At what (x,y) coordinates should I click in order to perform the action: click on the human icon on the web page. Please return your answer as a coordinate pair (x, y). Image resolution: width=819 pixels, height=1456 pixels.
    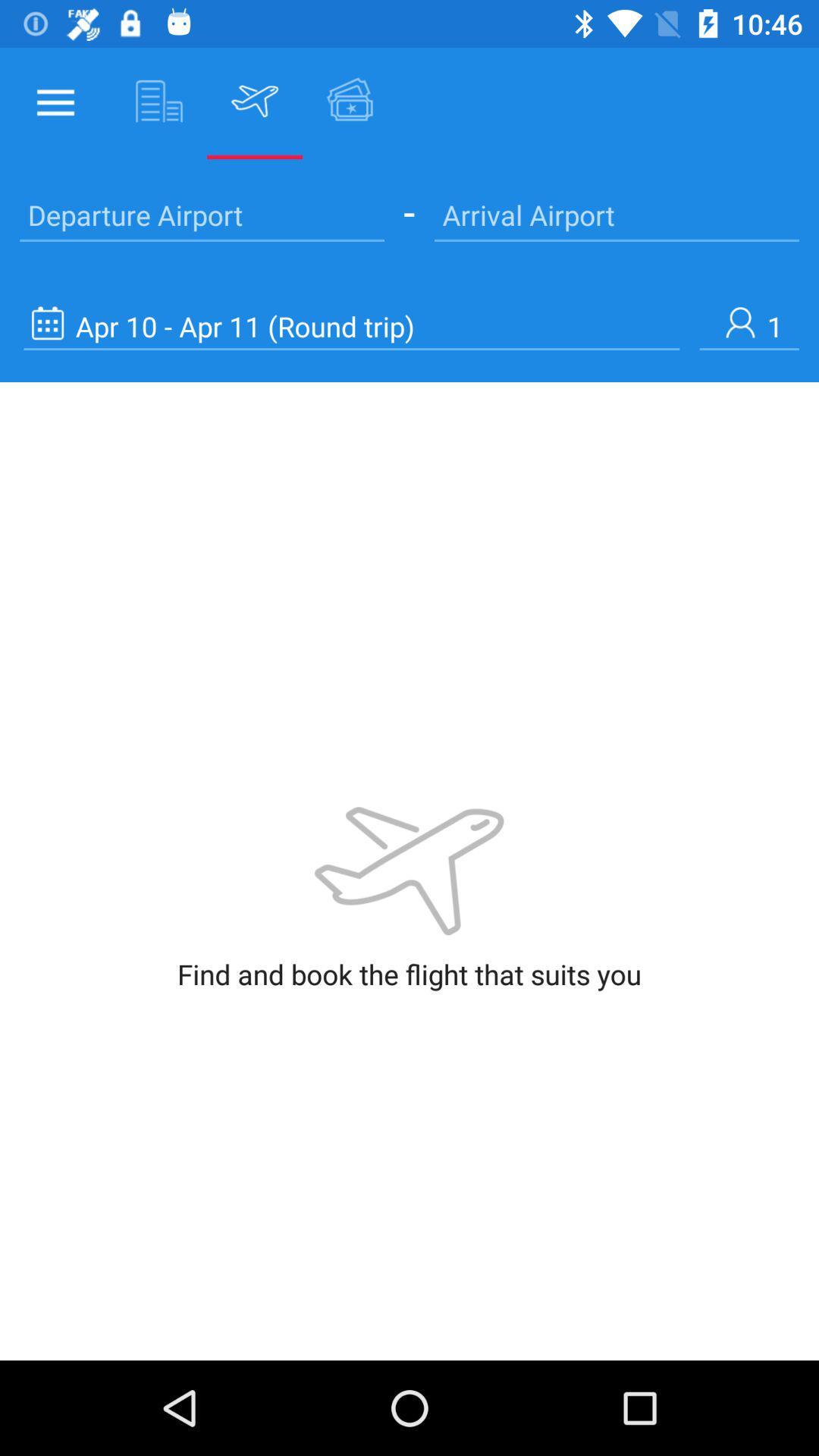
    Looking at the image, I should click on (748, 325).